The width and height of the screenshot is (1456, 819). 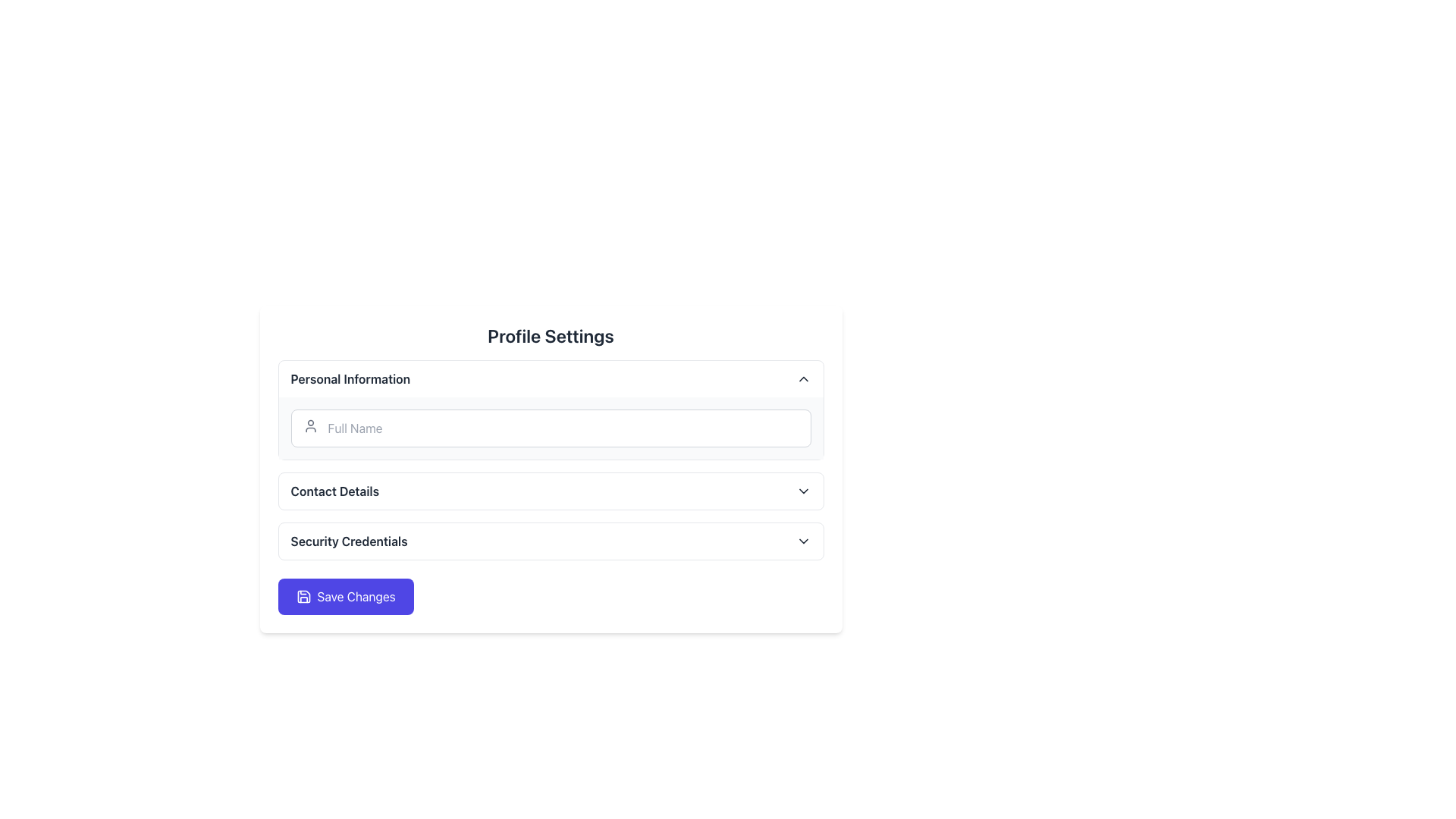 I want to click on text displayed on the 'Security Credentials' label in the third collapsible section of the profile settings panel, so click(x=348, y=540).